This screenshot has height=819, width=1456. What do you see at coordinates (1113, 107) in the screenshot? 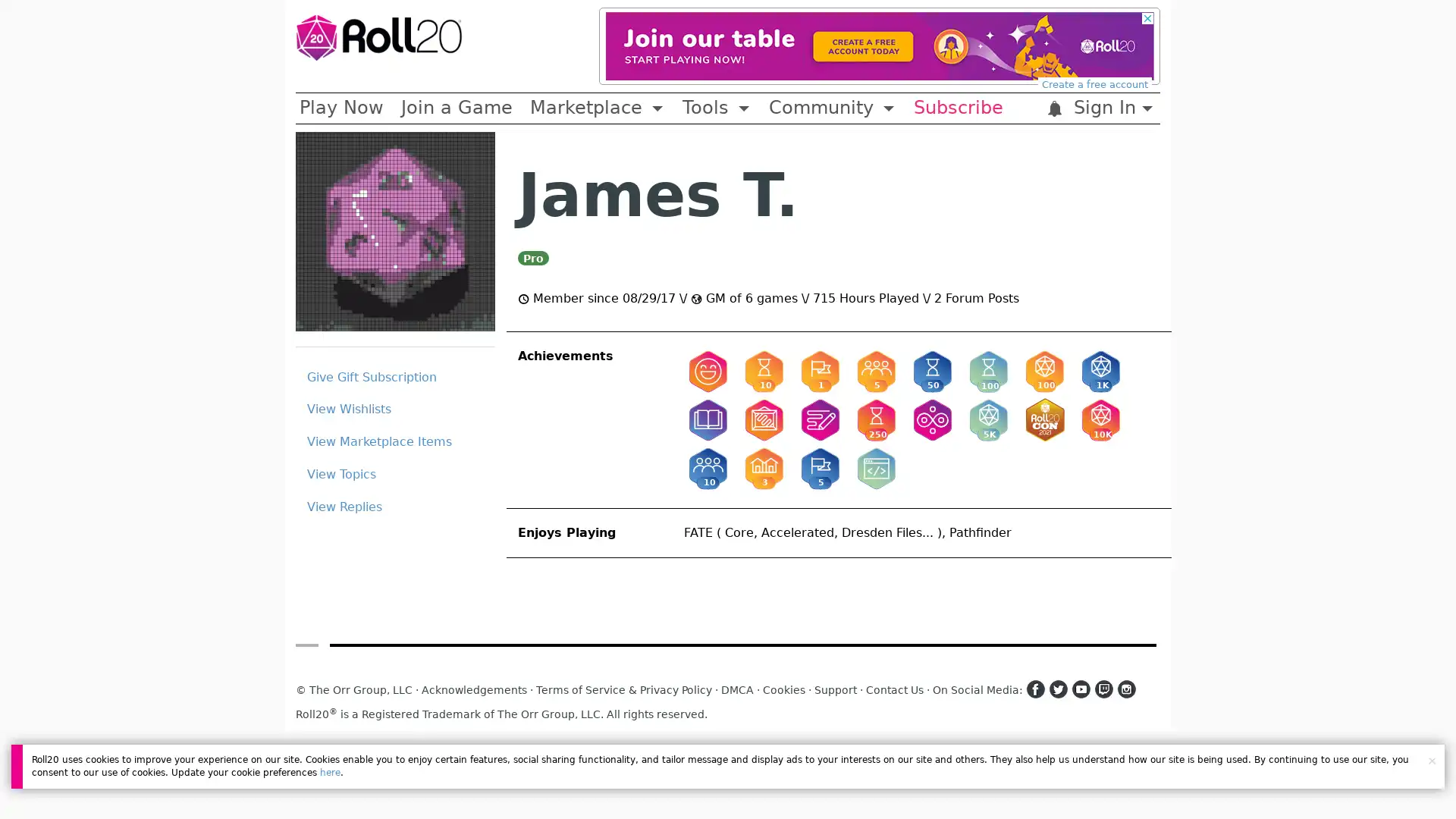
I see `Sign In` at bounding box center [1113, 107].